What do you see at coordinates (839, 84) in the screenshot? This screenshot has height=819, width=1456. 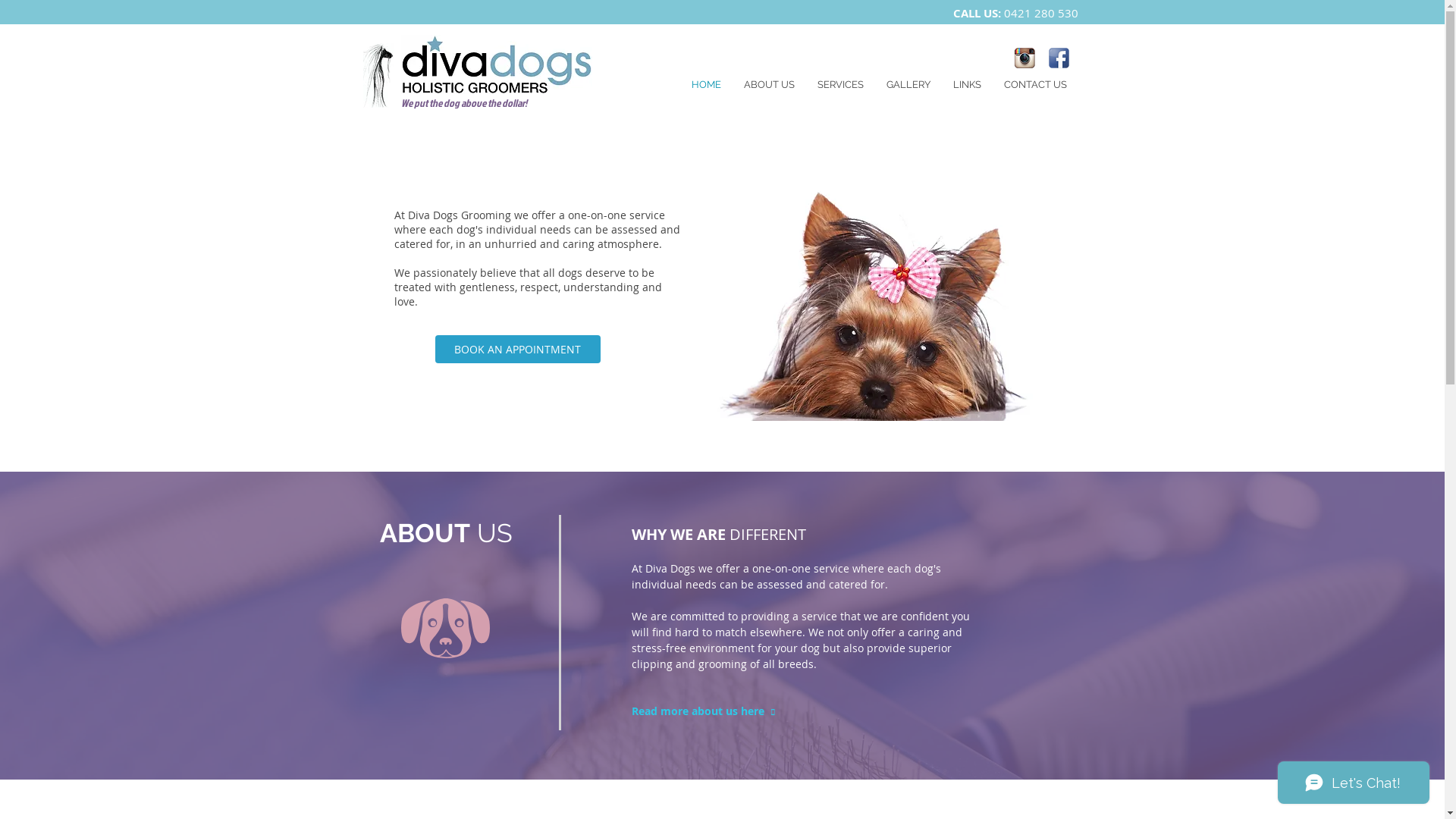 I see `'SERVICES'` at bounding box center [839, 84].